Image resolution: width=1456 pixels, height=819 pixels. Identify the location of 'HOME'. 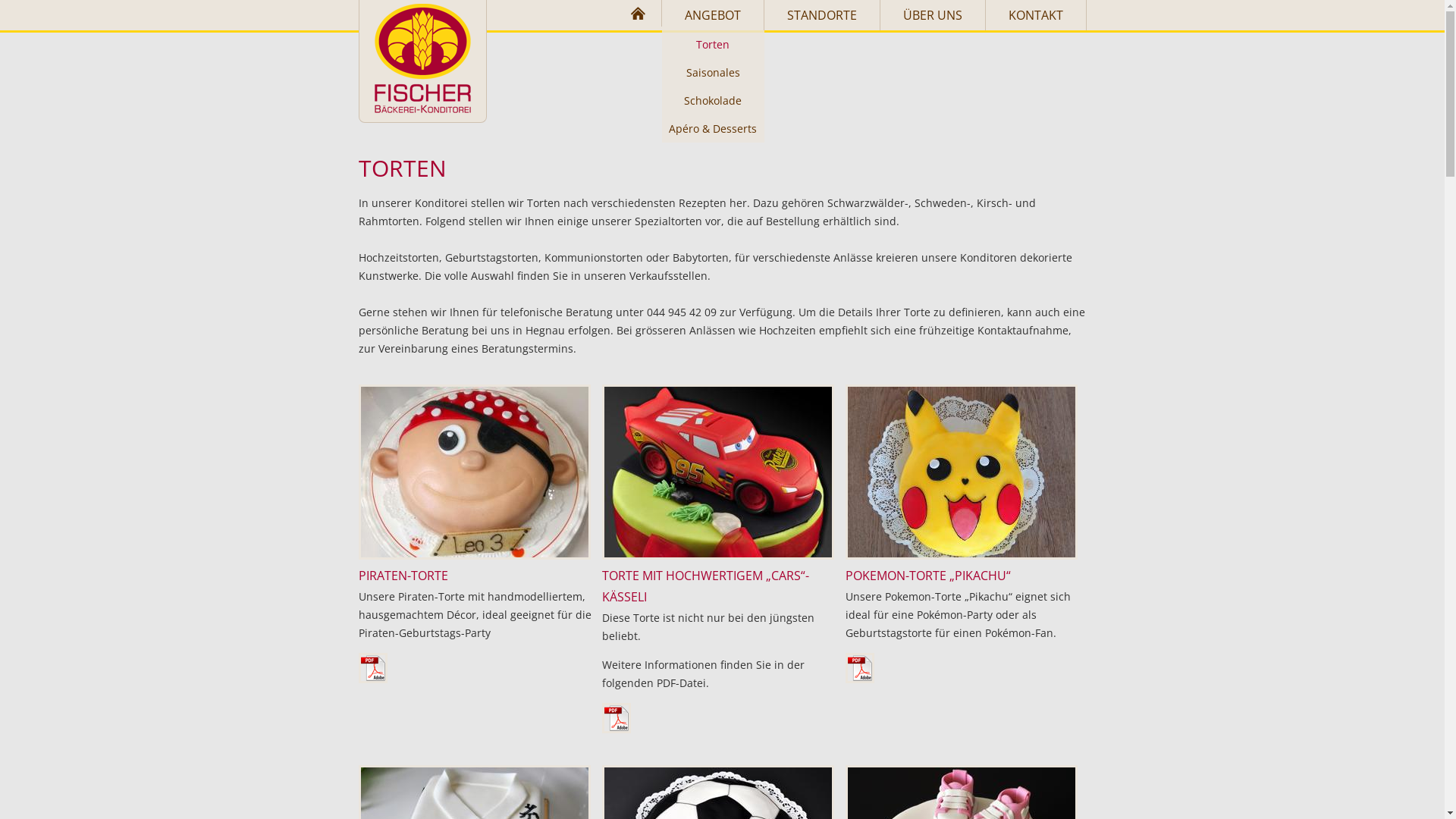
(639, 13).